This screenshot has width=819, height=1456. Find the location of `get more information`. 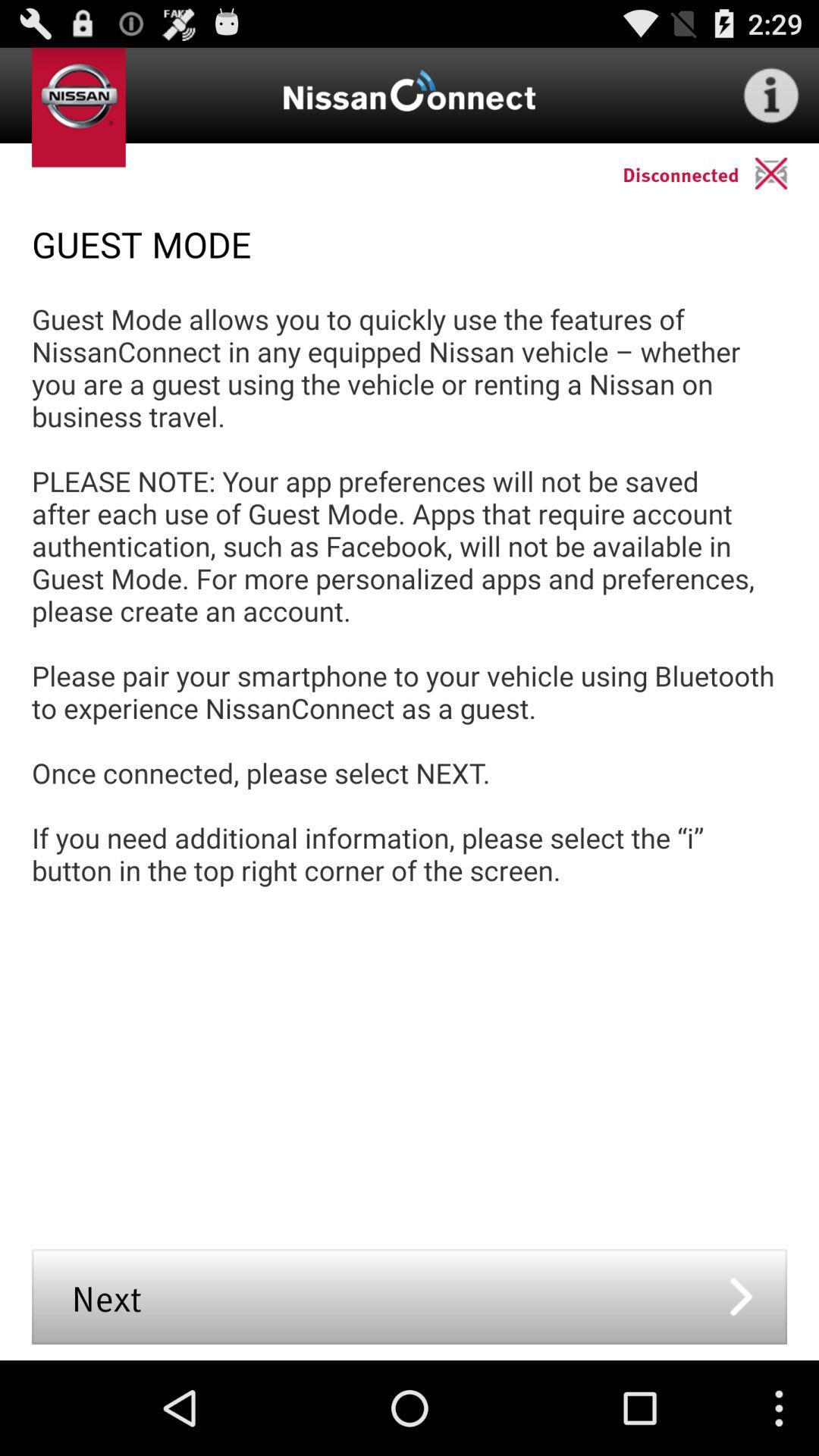

get more information is located at coordinates (771, 94).